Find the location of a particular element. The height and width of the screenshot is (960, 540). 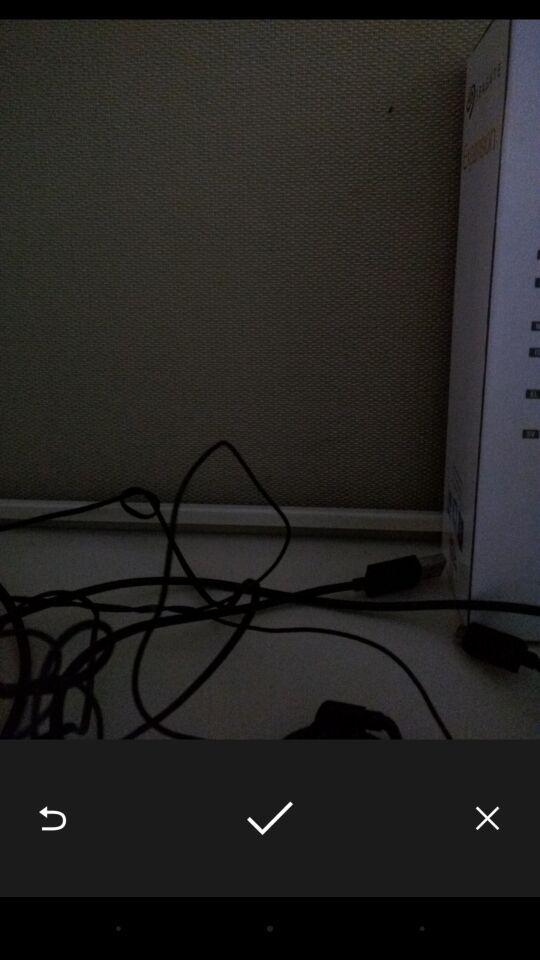

icon at the bottom left corner is located at coordinates (52, 818).